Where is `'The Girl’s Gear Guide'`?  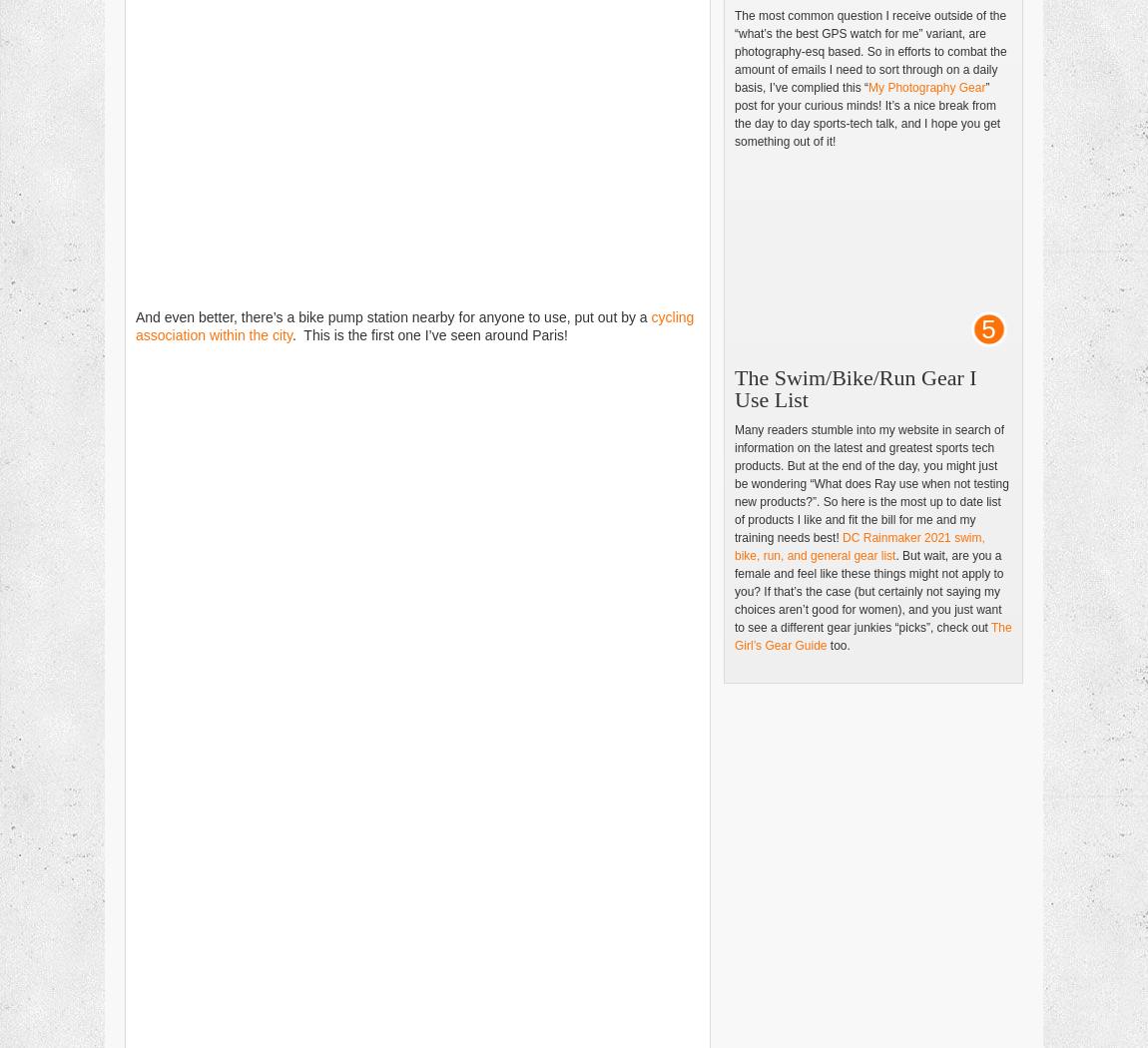 'The Girl’s Gear Guide' is located at coordinates (872, 636).